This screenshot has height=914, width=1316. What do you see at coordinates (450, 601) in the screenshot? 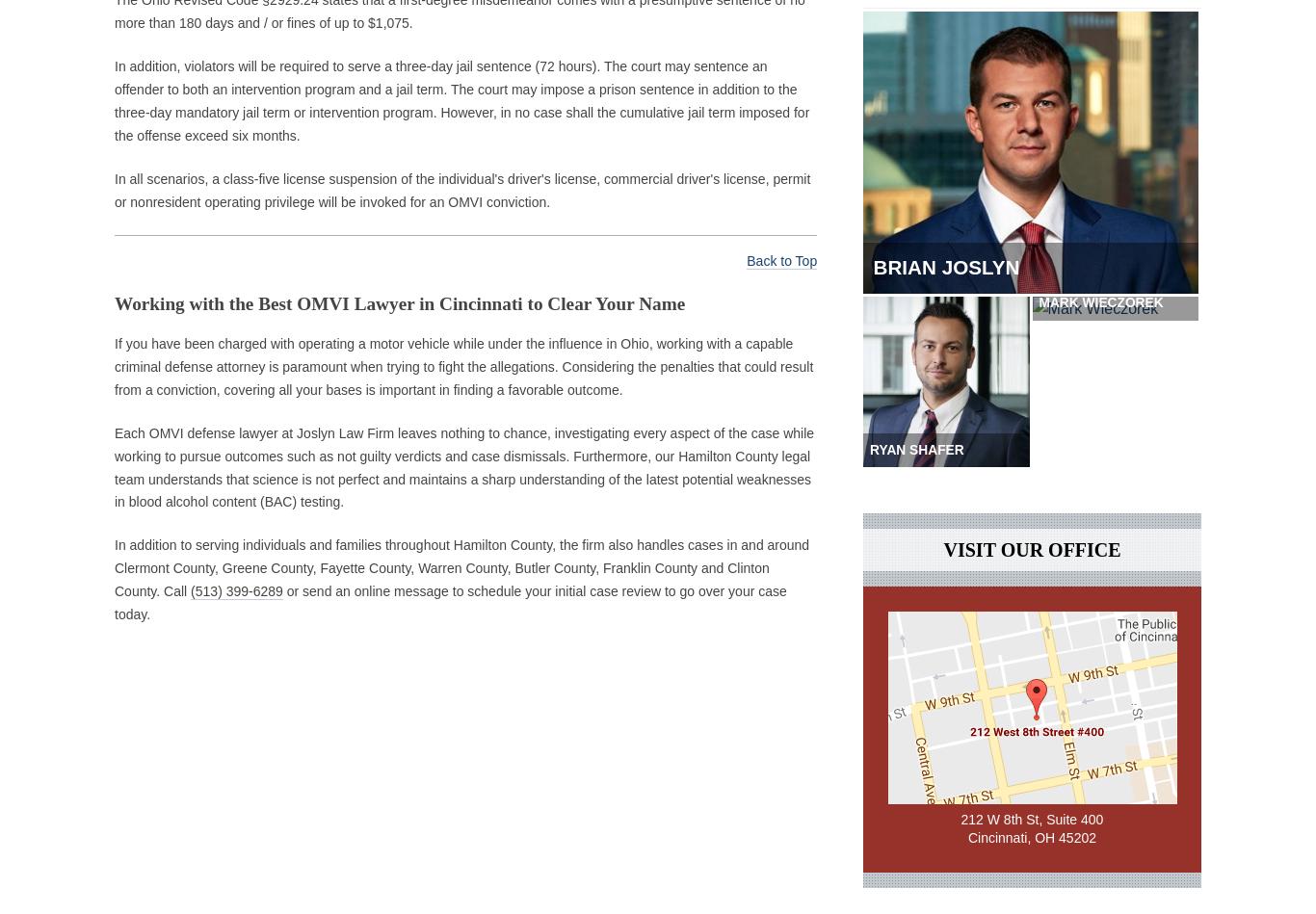
I see `'or send an online message to schedule your initial case review to go over your case today.'` at bounding box center [450, 601].